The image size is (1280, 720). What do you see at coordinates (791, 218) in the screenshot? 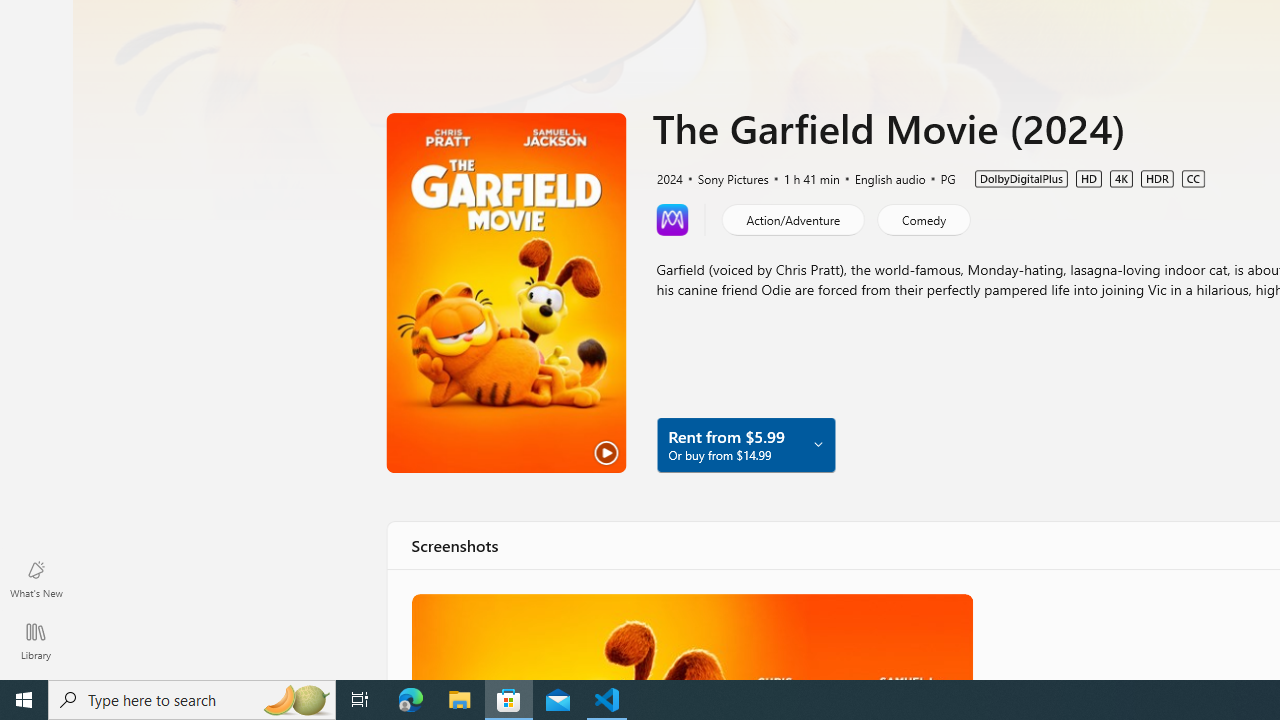
I see `'Action/Adventure'` at bounding box center [791, 218].